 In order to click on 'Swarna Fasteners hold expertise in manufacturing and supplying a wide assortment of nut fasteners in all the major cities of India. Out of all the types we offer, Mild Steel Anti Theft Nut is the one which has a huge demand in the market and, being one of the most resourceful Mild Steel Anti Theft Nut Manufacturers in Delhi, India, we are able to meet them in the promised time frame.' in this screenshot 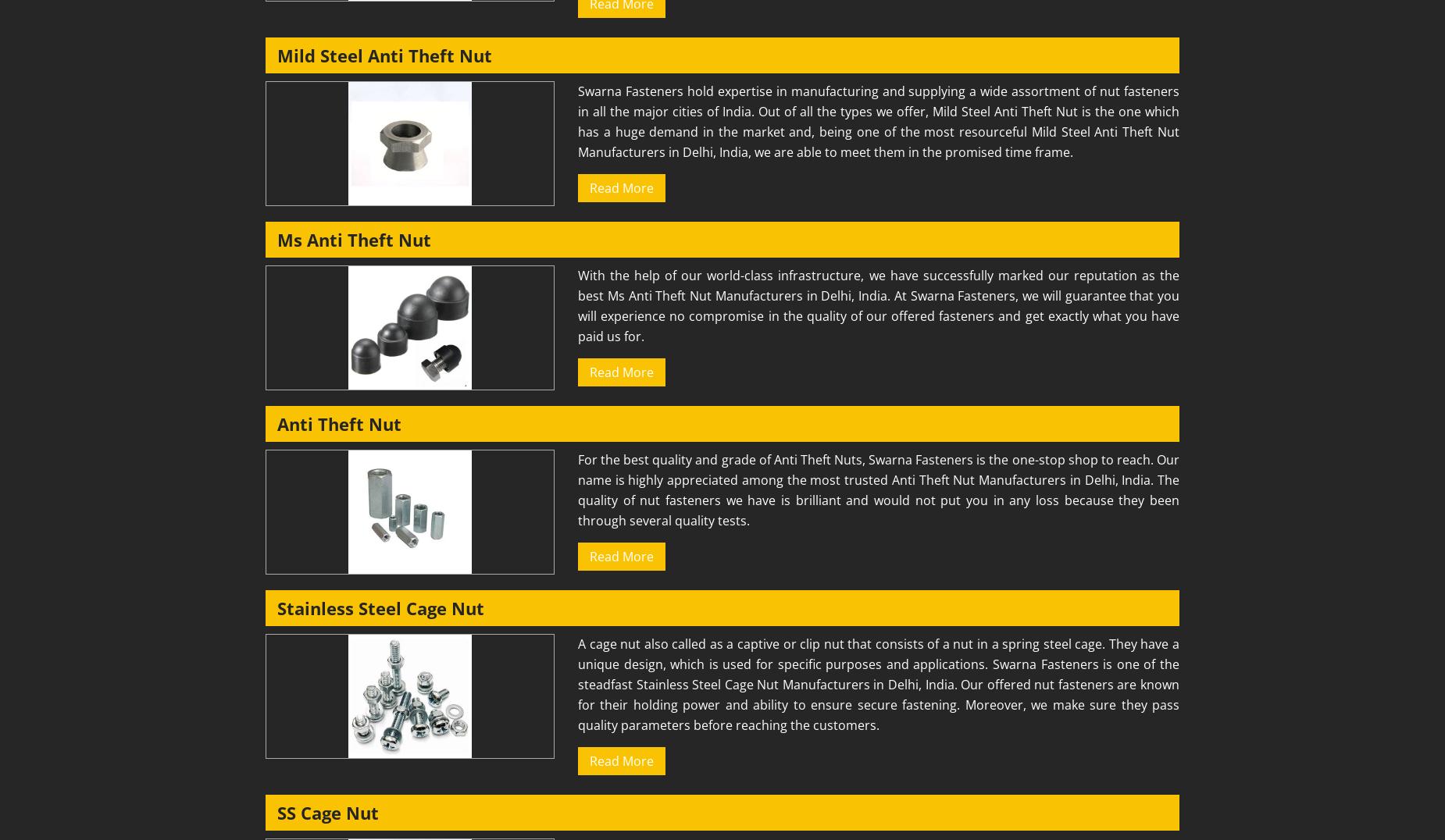, I will do `click(877, 122)`.